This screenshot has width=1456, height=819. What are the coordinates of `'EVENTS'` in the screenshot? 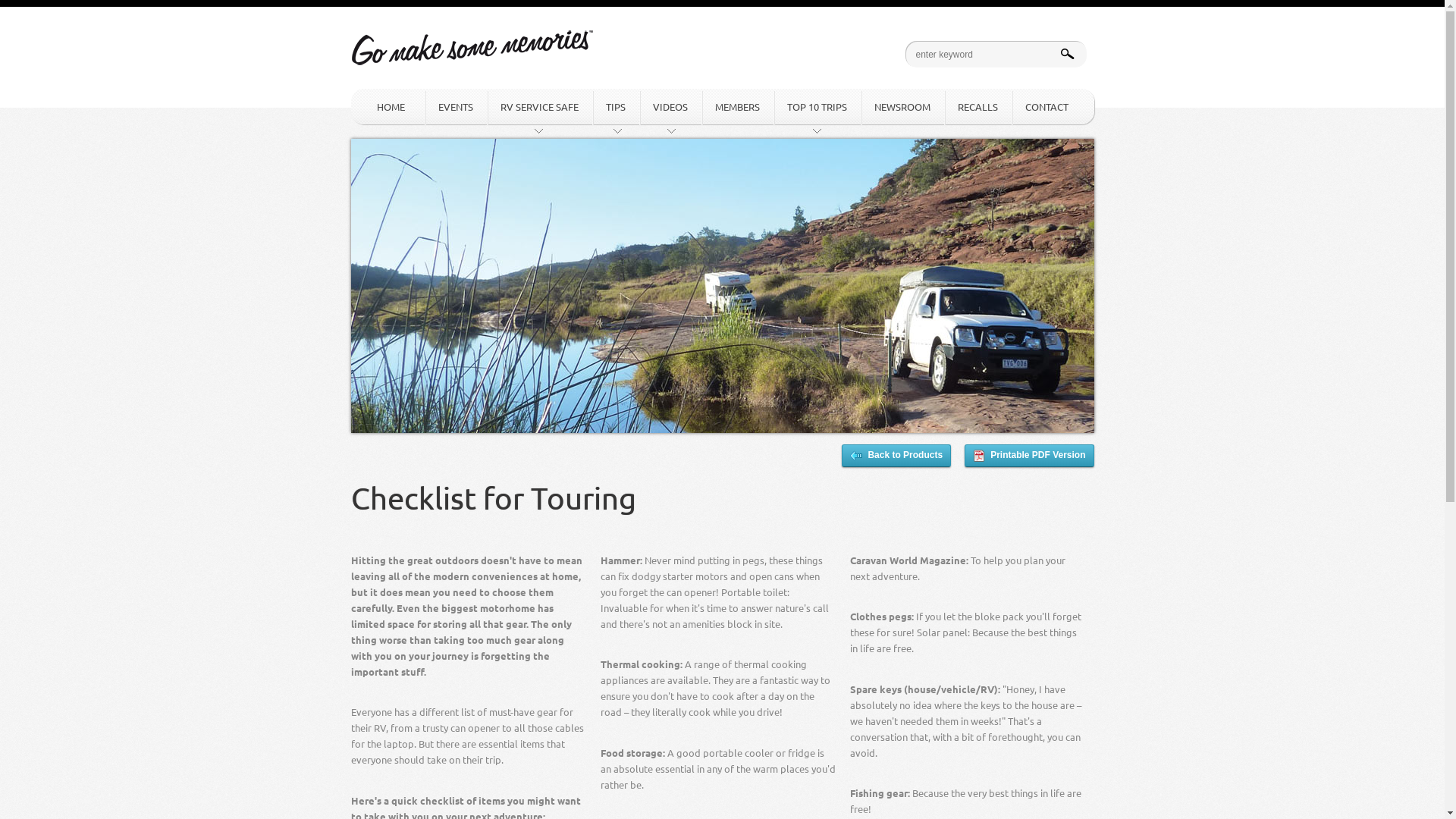 It's located at (425, 106).